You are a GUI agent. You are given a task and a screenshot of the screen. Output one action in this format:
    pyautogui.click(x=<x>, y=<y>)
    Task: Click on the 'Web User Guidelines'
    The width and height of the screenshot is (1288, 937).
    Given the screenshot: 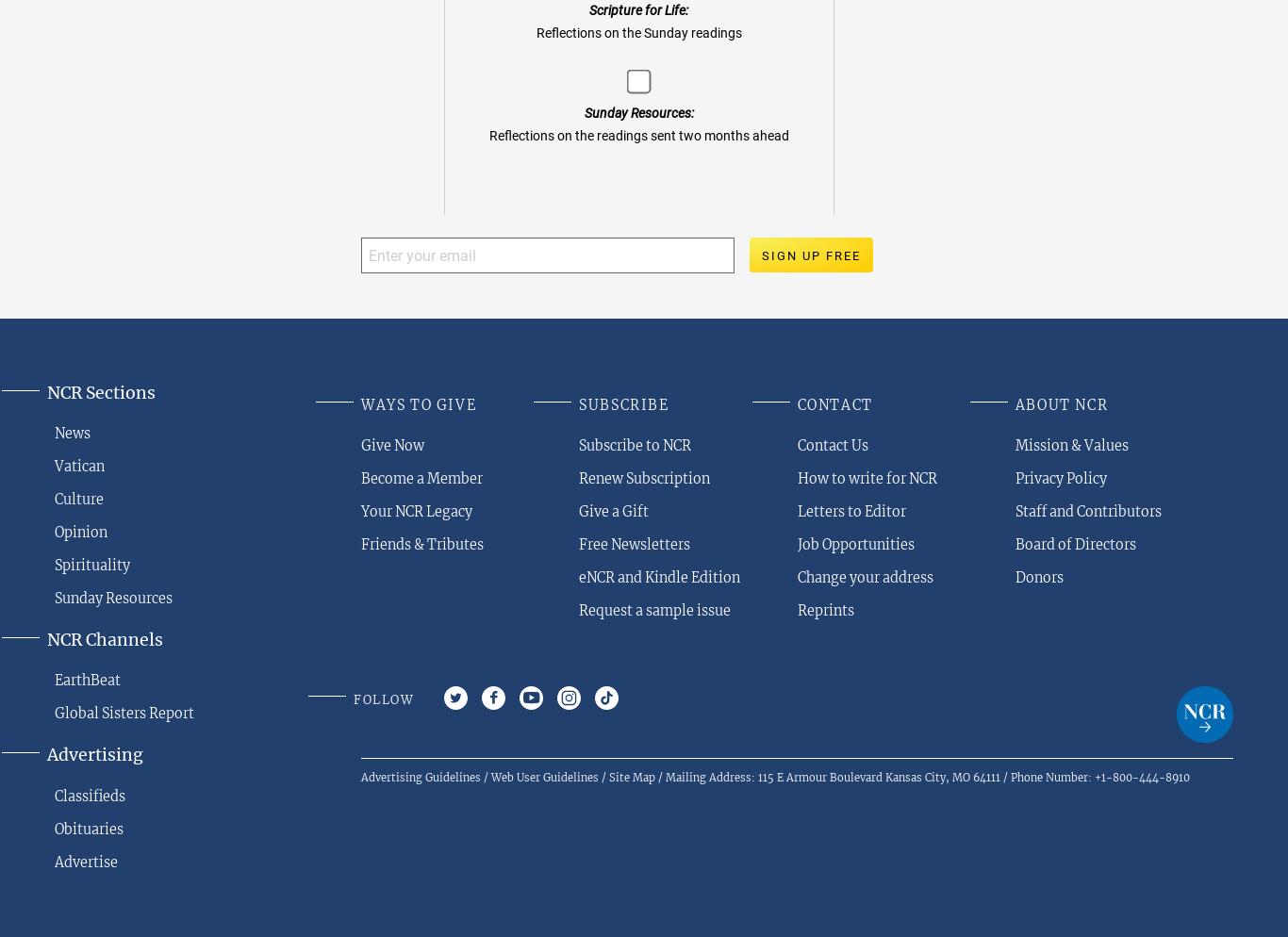 What is the action you would take?
    pyautogui.click(x=490, y=776)
    